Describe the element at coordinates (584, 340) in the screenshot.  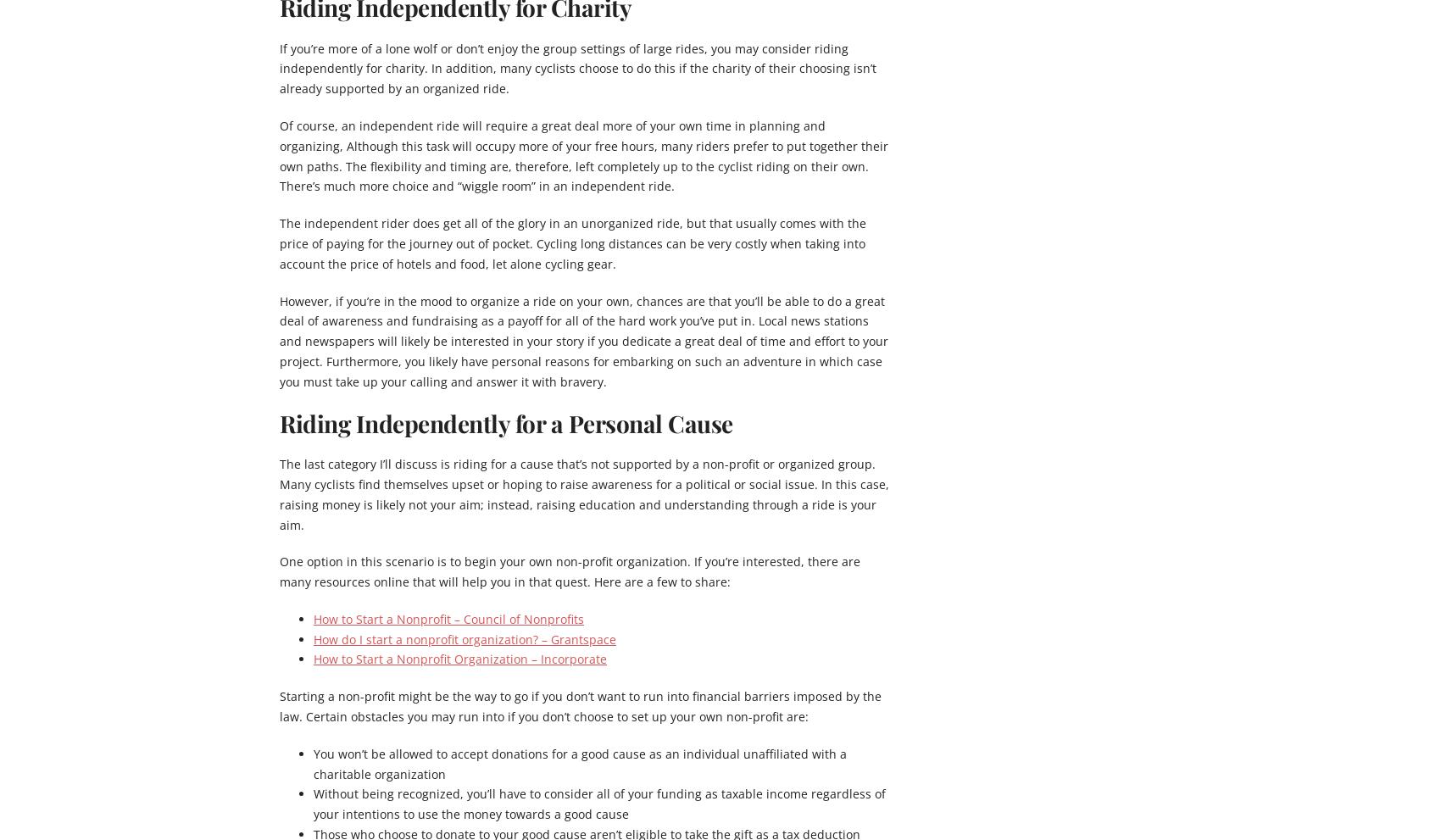
I see `'However, if you’re in the mood to organize a ride on your own, chances are that you’ll be able to do a great deal of awareness and fundraising as a payoff for all of the hard work you’ve put in. Local news stations and newspapers will likely be interested in your story if you dedicate a great deal of time and effort to your project. Furthermore, you likely have personal reasons for embarking on such an adventure in which case you must take up your calling and answer it with bravery.'` at that location.